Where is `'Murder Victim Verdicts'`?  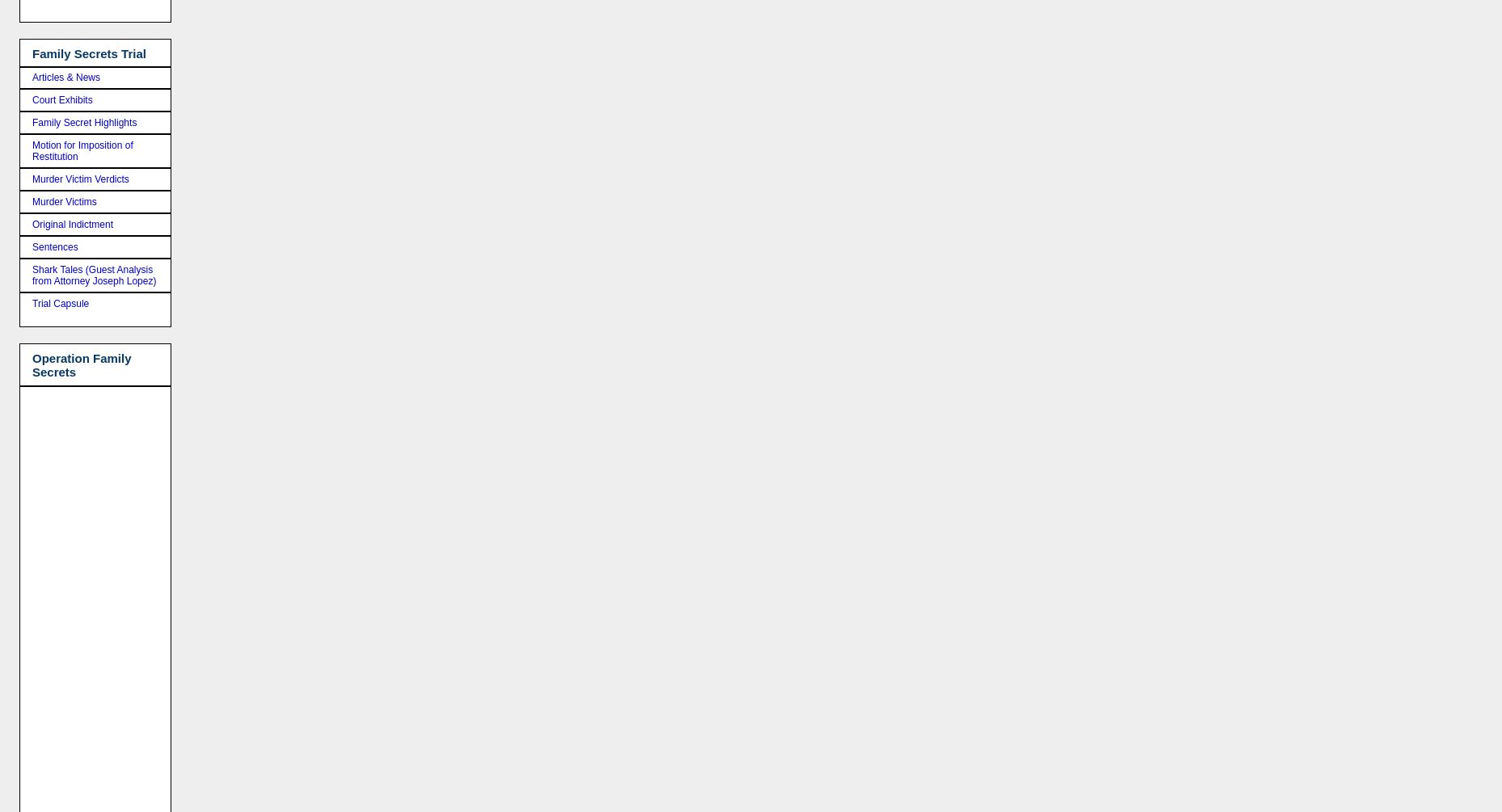
'Murder Victim Verdicts' is located at coordinates (80, 179).